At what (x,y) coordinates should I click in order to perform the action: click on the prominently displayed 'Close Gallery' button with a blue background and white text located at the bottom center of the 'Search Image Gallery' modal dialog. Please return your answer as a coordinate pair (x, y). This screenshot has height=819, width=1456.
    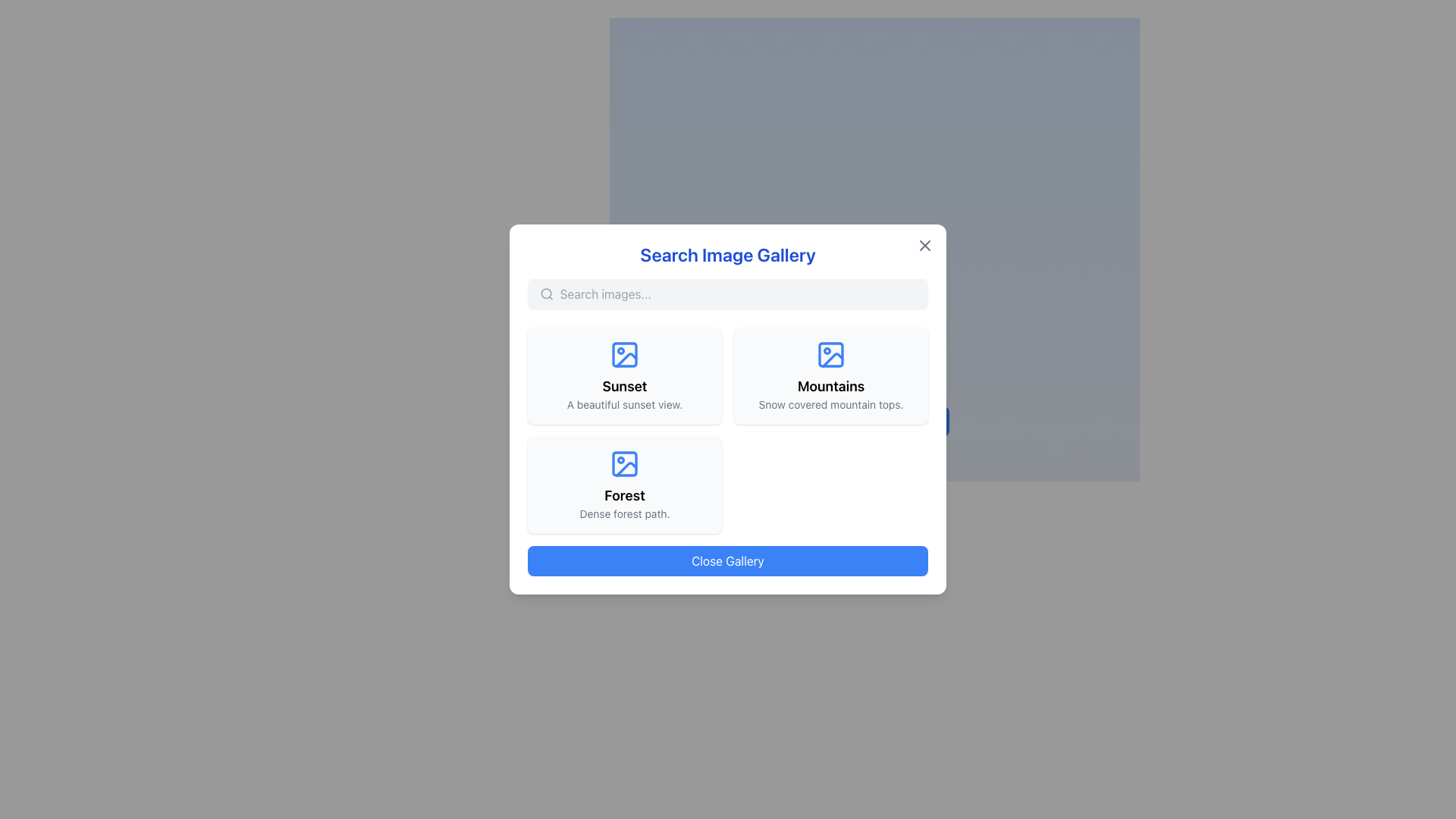
    Looking at the image, I should click on (728, 561).